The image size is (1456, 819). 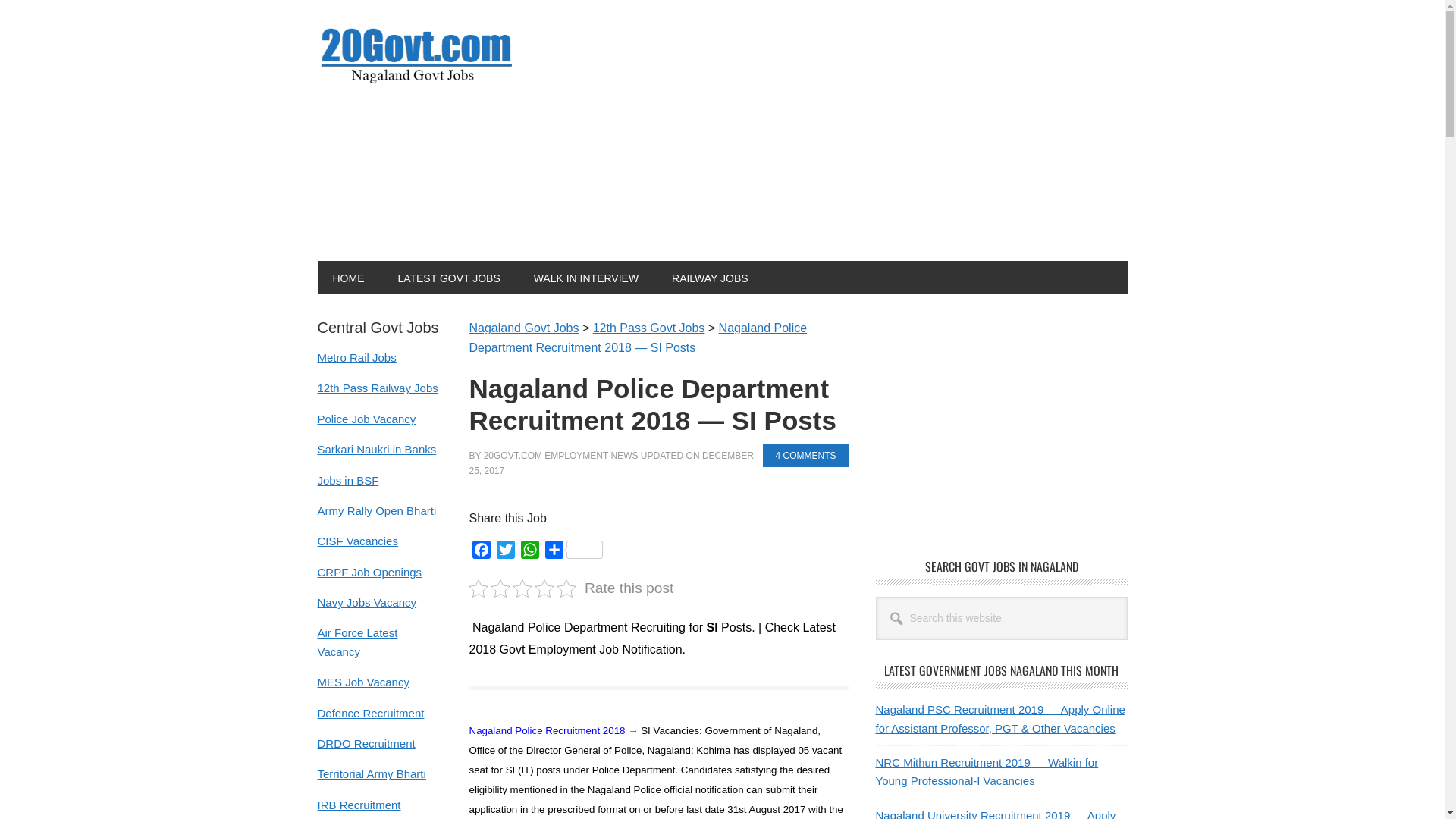 I want to click on 'Air Force Latest Vacancy', so click(x=356, y=642).